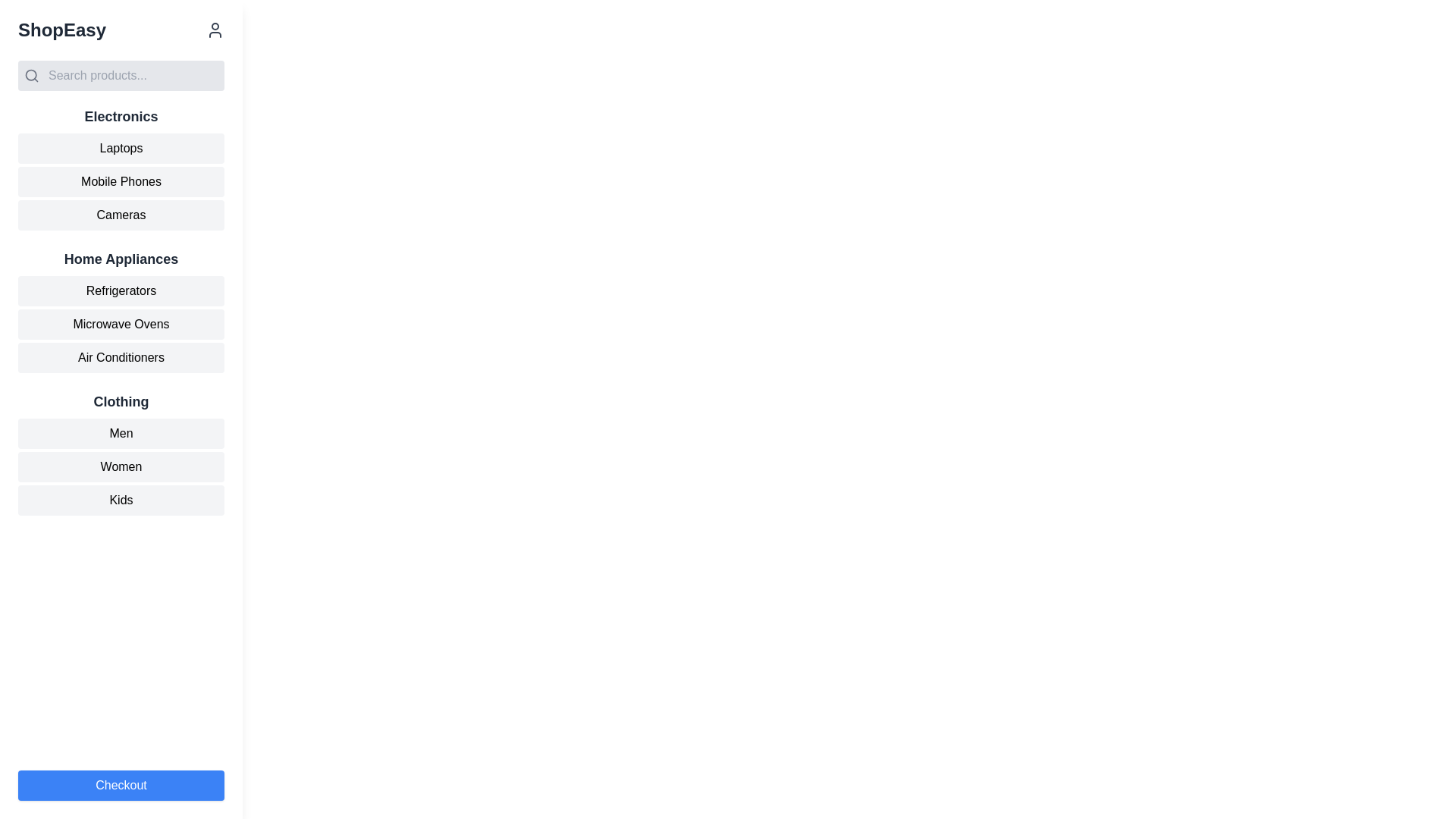 This screenshot has width=1456, height=819. Describe the element at coordinates (120, 466) in the screenshot. I see `the 'Women' button, which is a rectangular UI component with light gray background and centered text` at that location.